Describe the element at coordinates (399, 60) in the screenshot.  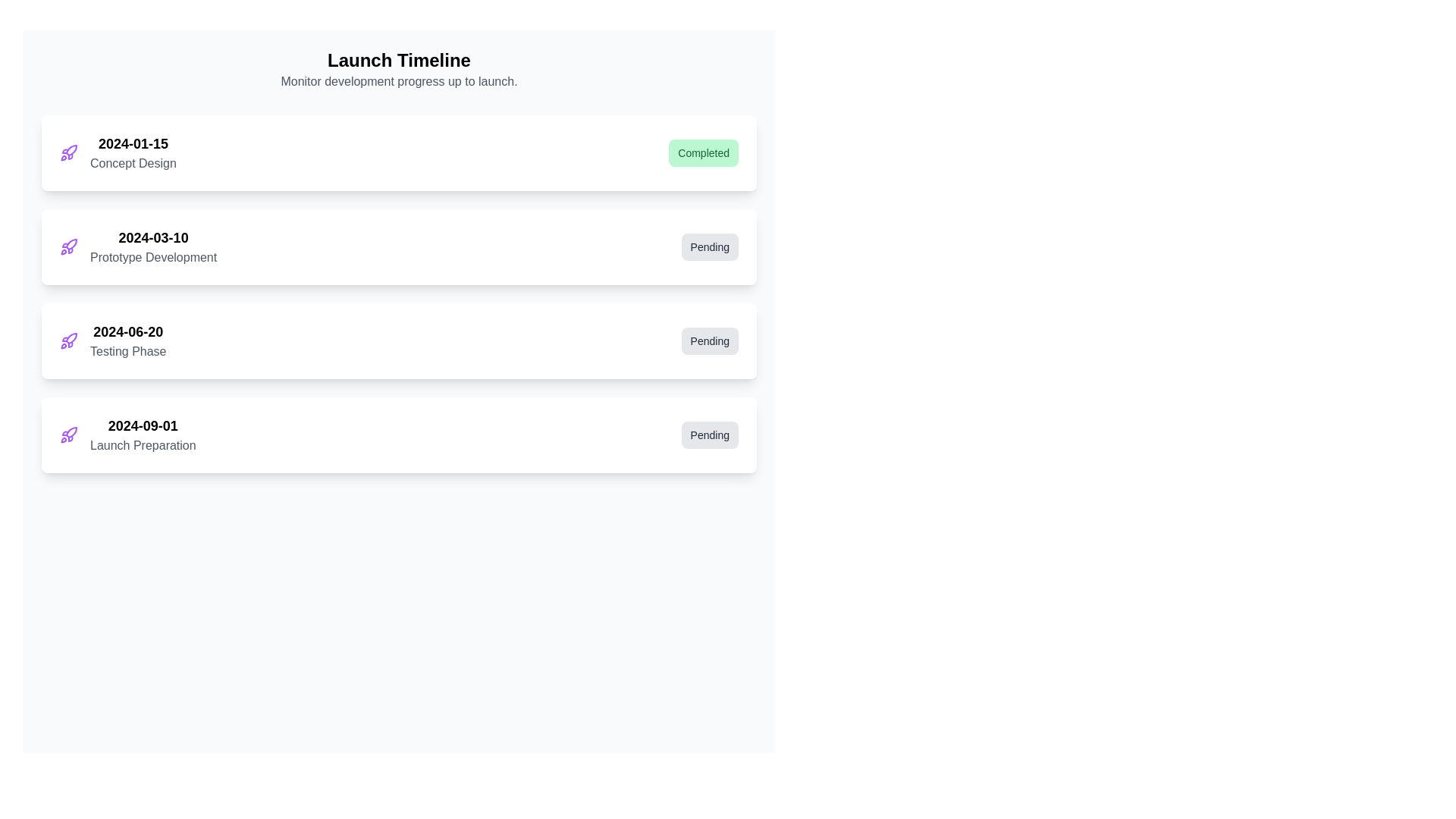
I see `the non-interactive Text Label that serves as a section header for 'Launch Timeline'` at that location.